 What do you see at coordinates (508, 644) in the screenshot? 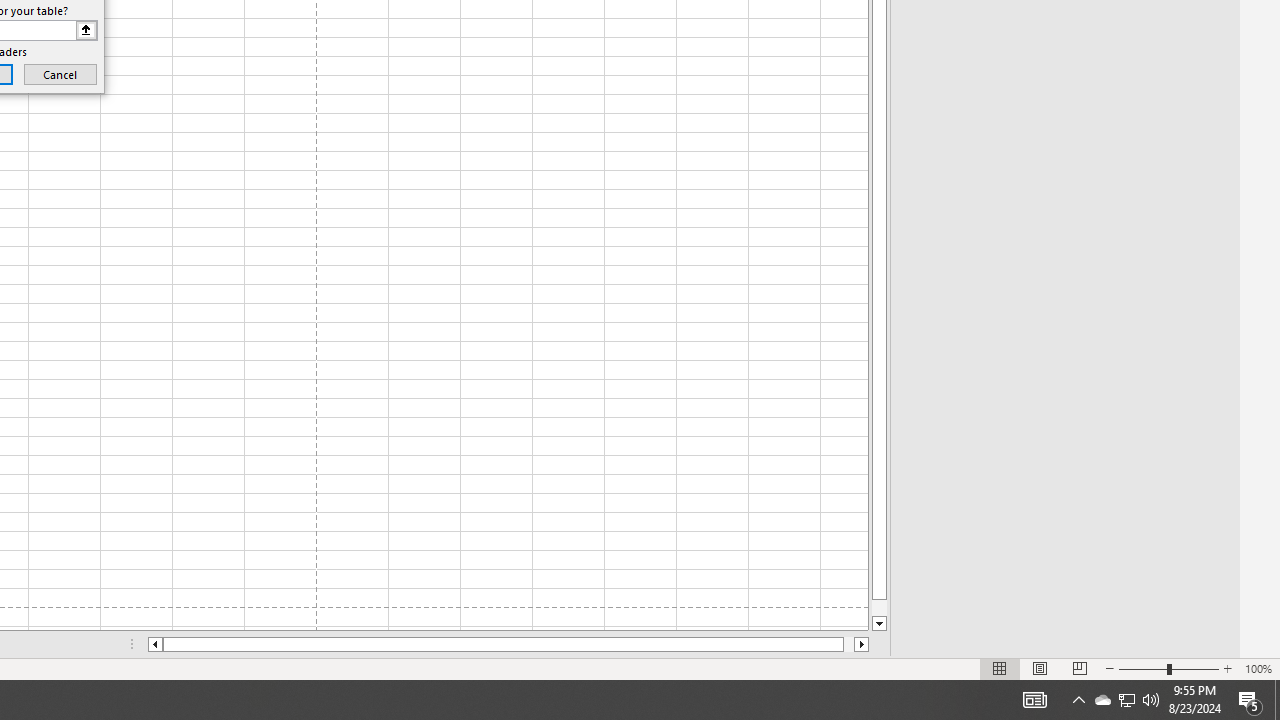
I see `'Class: NetUIScrollBar'` at bounding box center [508, 644].